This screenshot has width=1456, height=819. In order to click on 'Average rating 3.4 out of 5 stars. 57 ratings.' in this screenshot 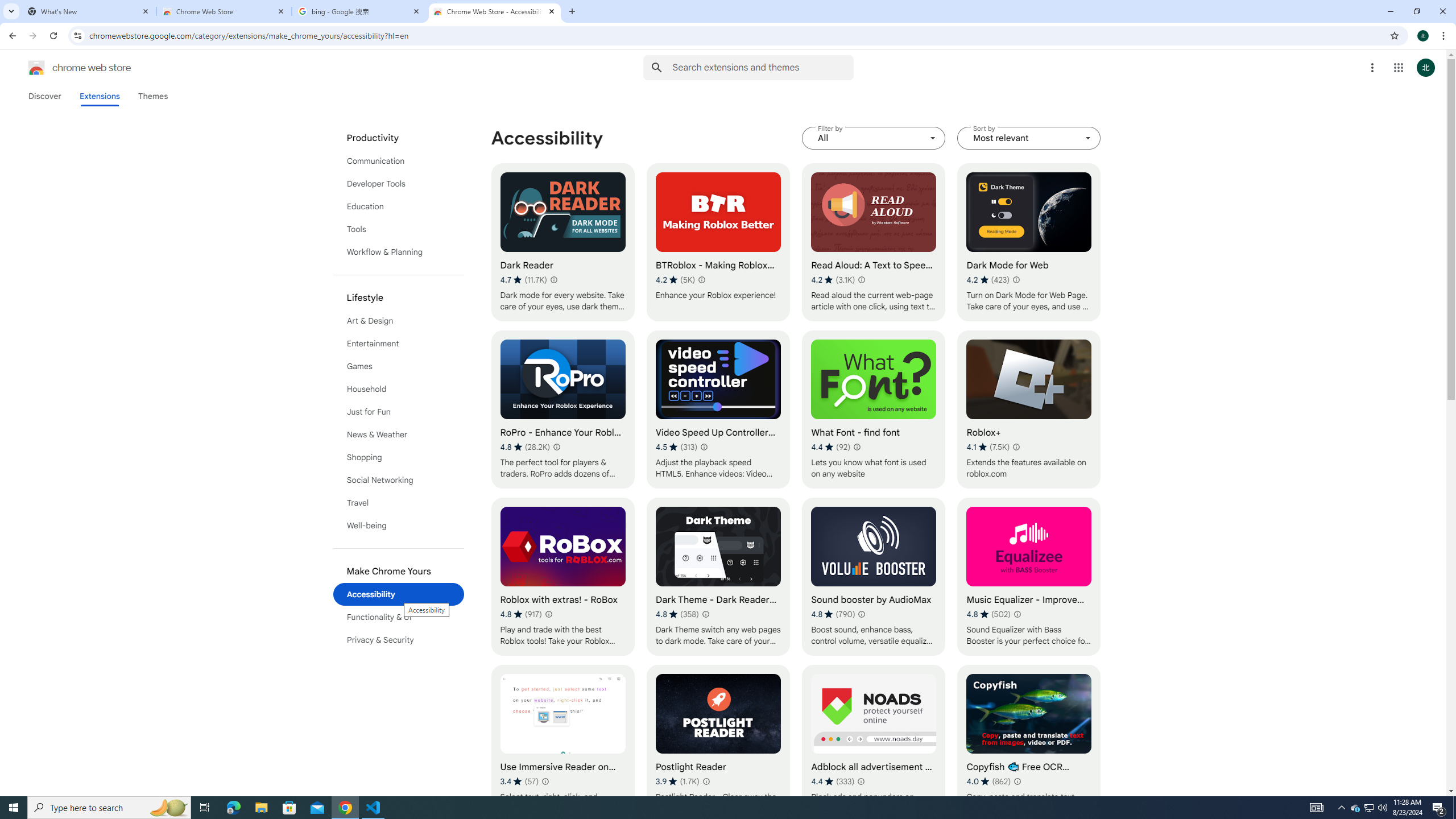, I will do `click(519, 780)`.